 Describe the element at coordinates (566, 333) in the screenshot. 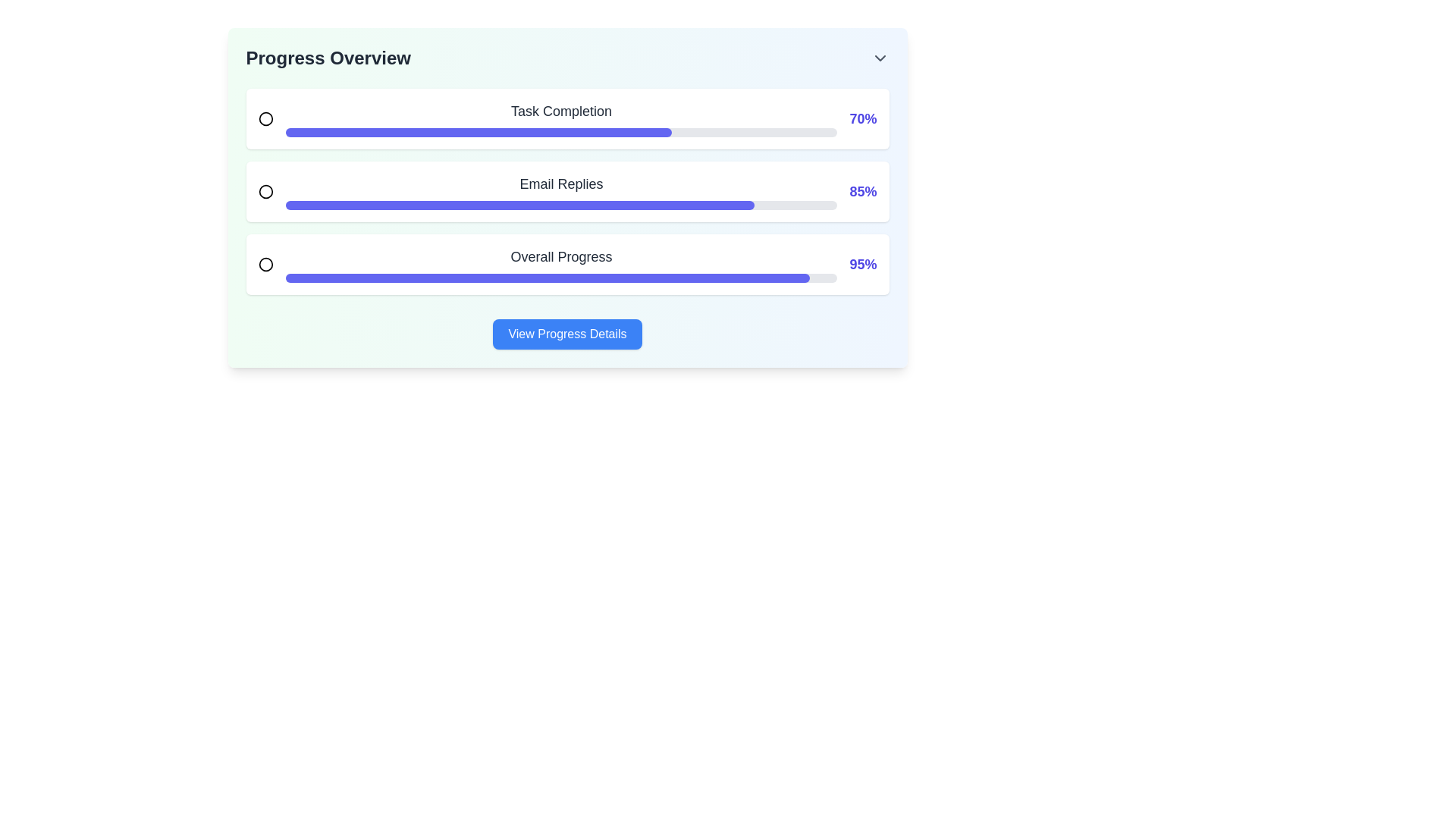

I see `the rectangular button with a blue background and white text reading 'View Progress Details' located at the bottom center of the progress information card` at that location.